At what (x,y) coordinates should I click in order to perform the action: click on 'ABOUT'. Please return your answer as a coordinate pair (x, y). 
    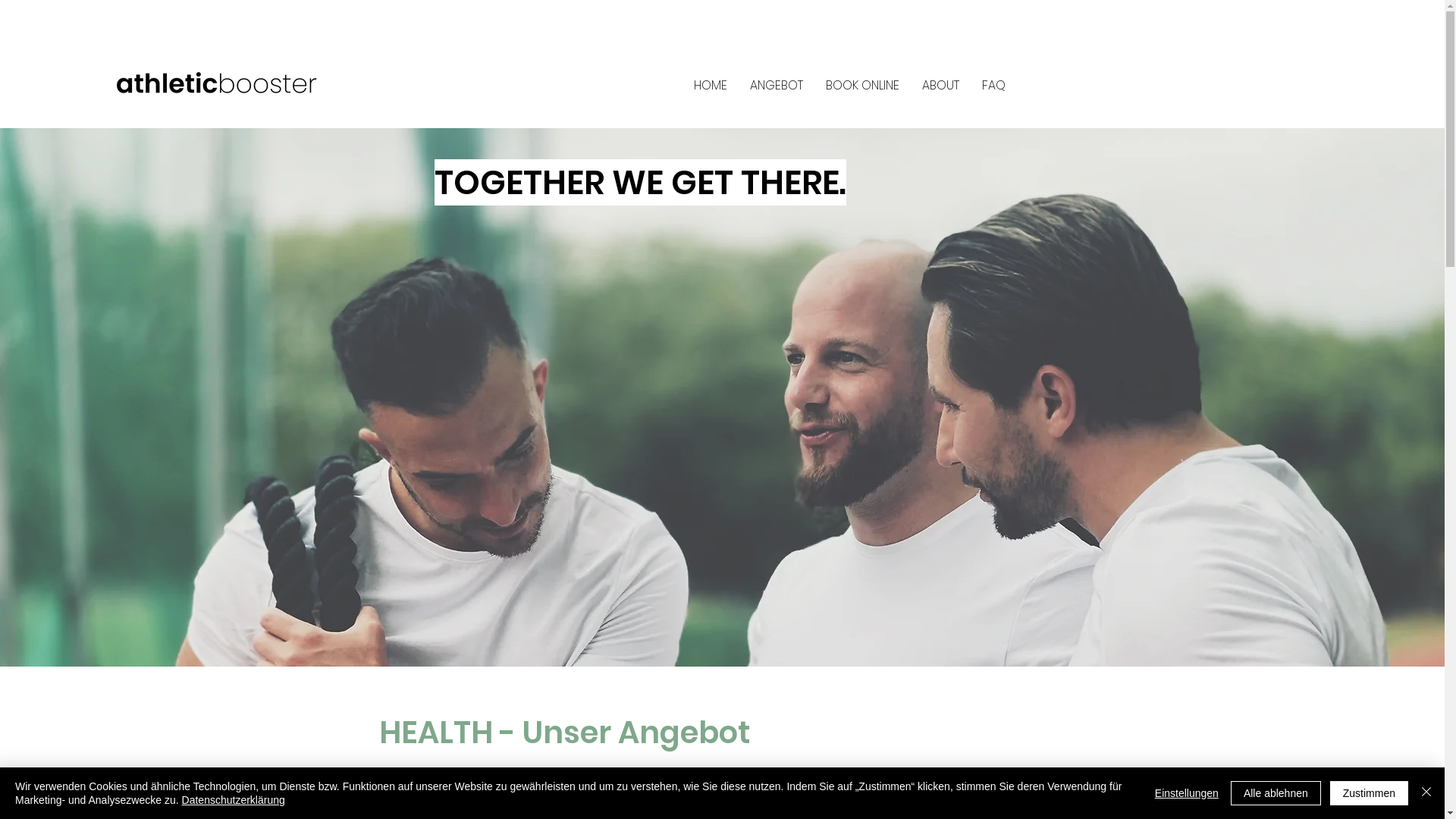
    Looking at the image, I should click on (940, 85).